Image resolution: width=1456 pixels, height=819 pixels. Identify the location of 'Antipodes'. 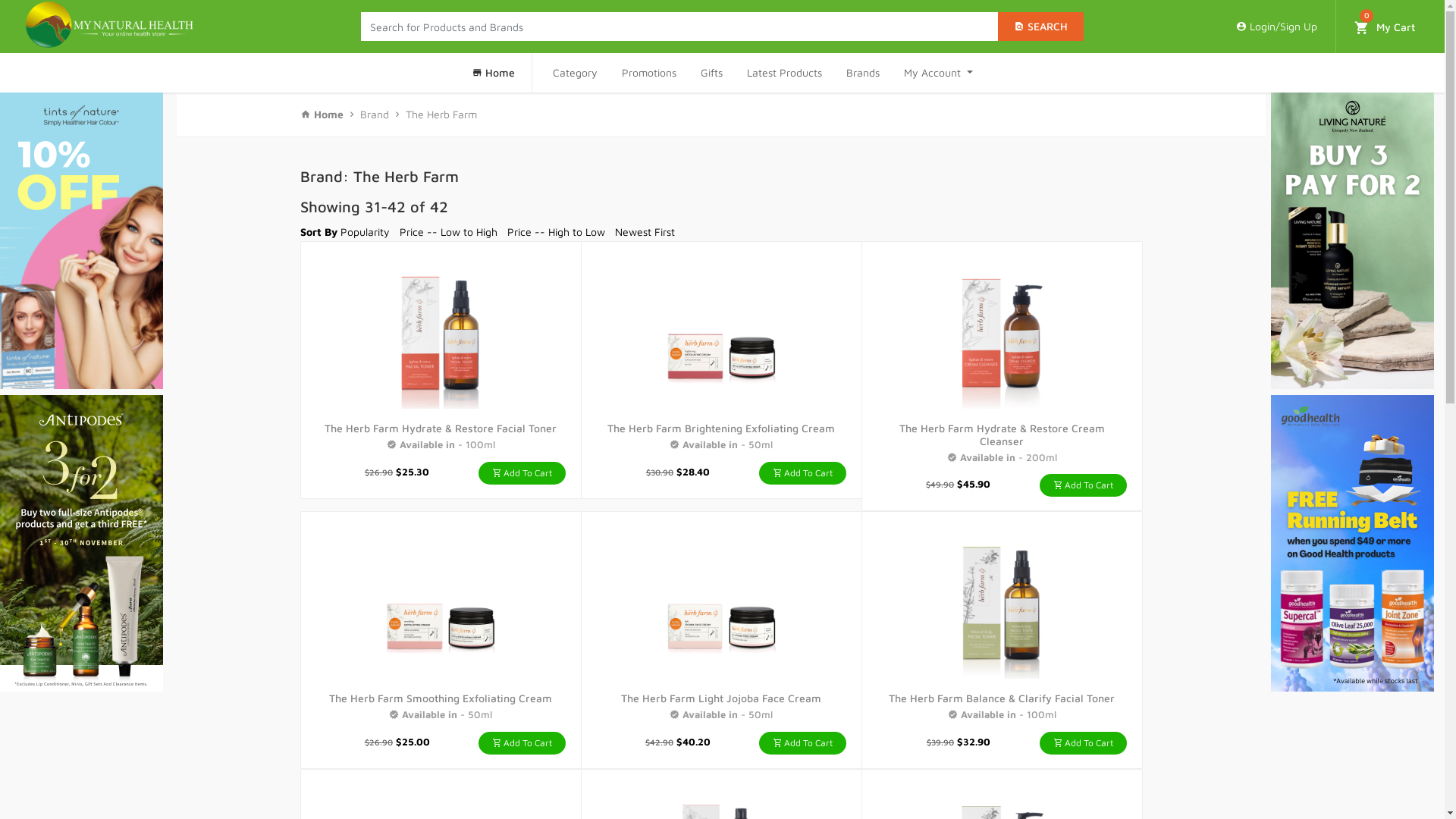
(80, 542).